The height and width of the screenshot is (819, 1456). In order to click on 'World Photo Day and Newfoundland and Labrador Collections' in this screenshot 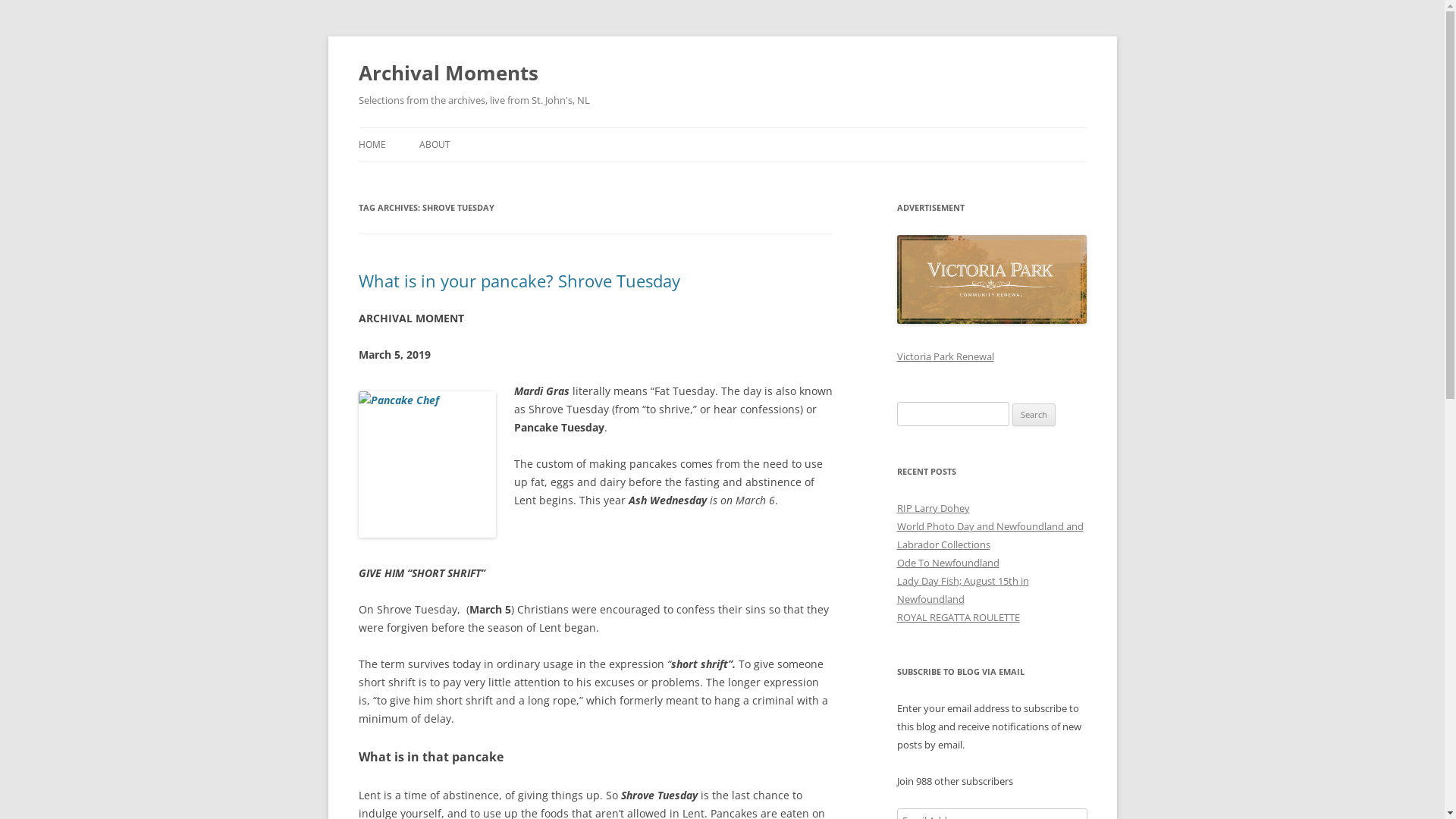, I will do `click(990, 534)`.